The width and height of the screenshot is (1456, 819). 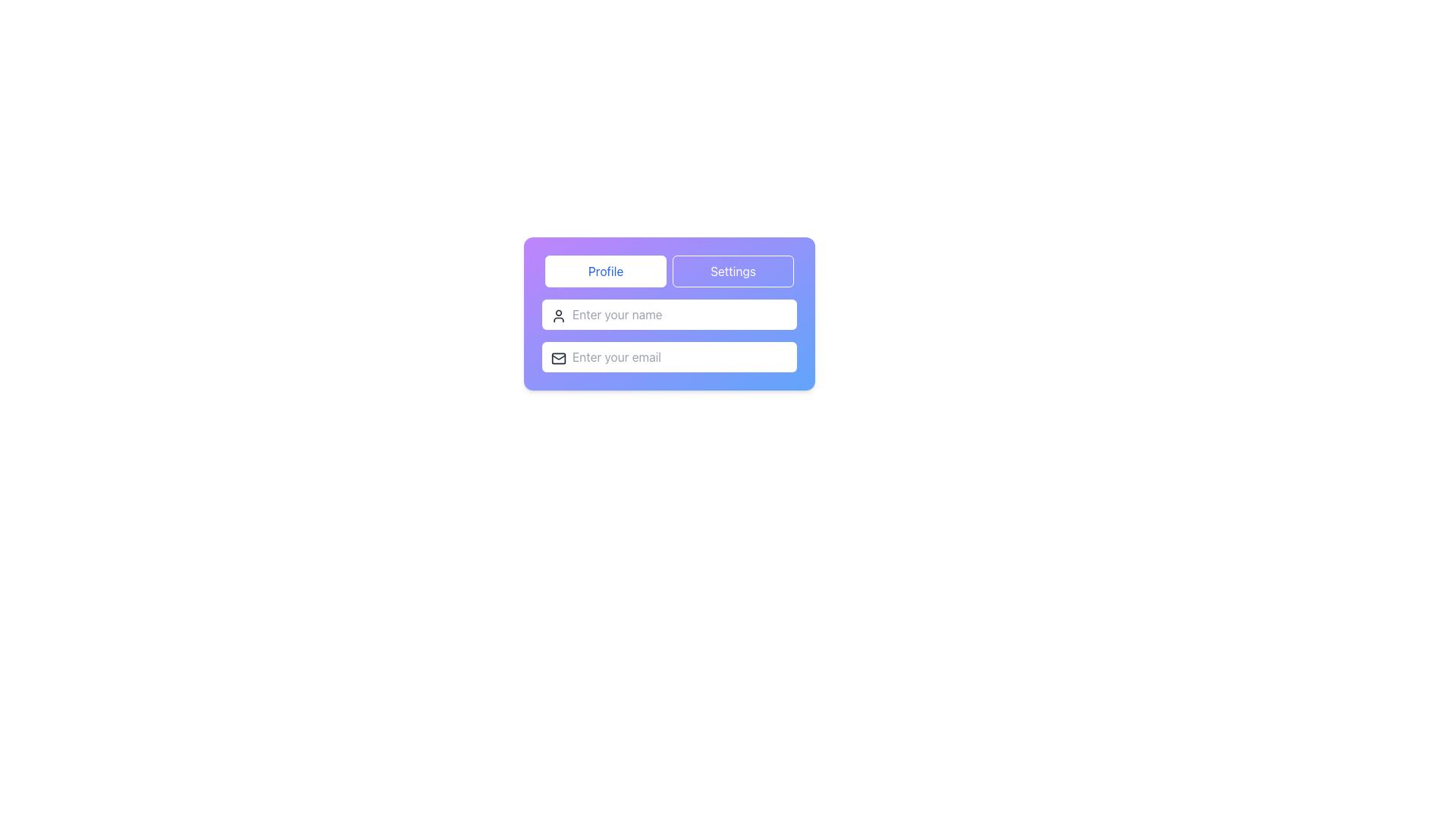 I want to click on the email input icon located inside the 'Enter your email' text field to receive additional information, such as a tooltip, so click(x=558, y=359).